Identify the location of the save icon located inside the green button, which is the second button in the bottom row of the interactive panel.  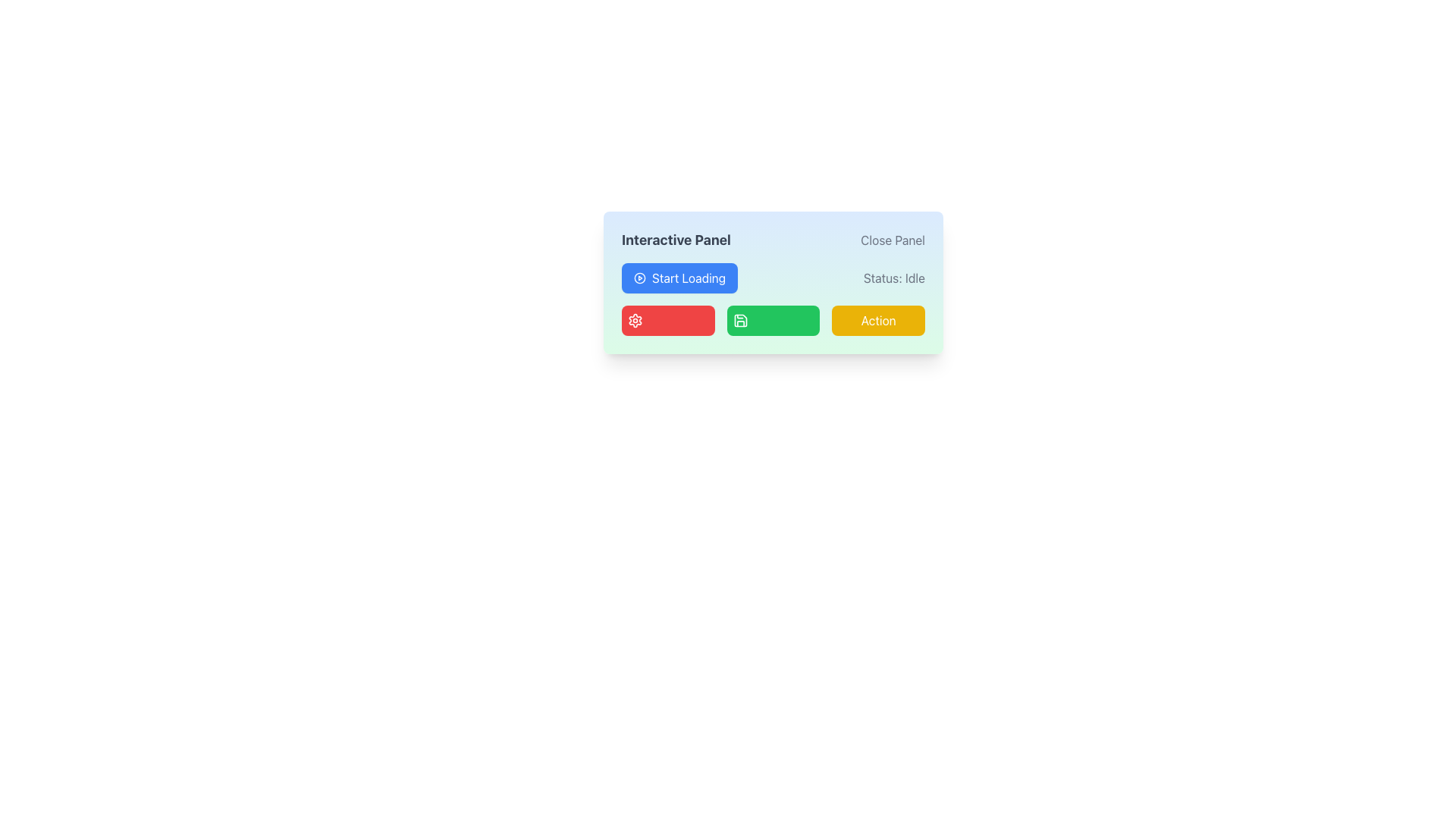
(740, 320).